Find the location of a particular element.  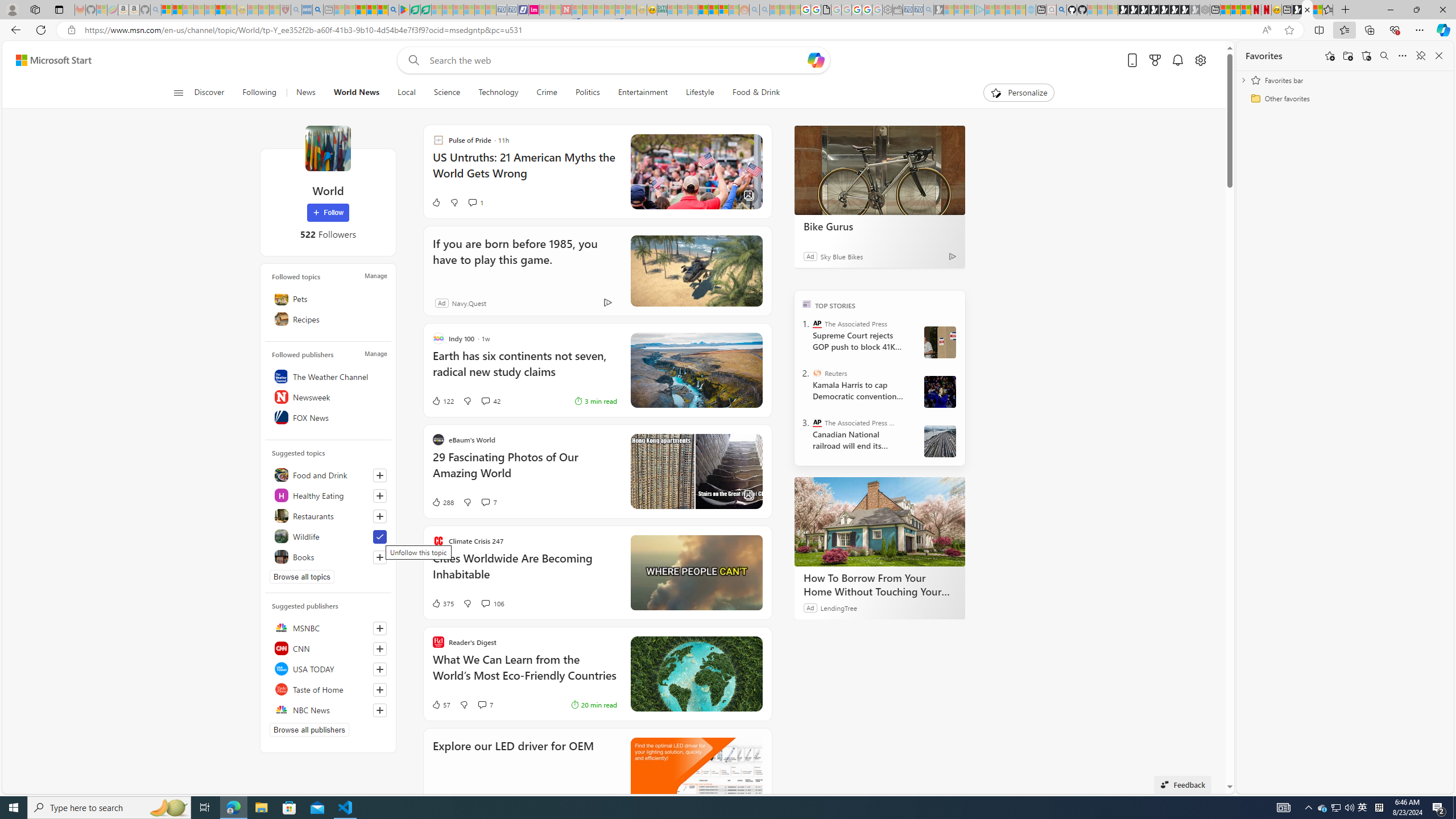

'Wildlife' is located at coordinates (327, 536).